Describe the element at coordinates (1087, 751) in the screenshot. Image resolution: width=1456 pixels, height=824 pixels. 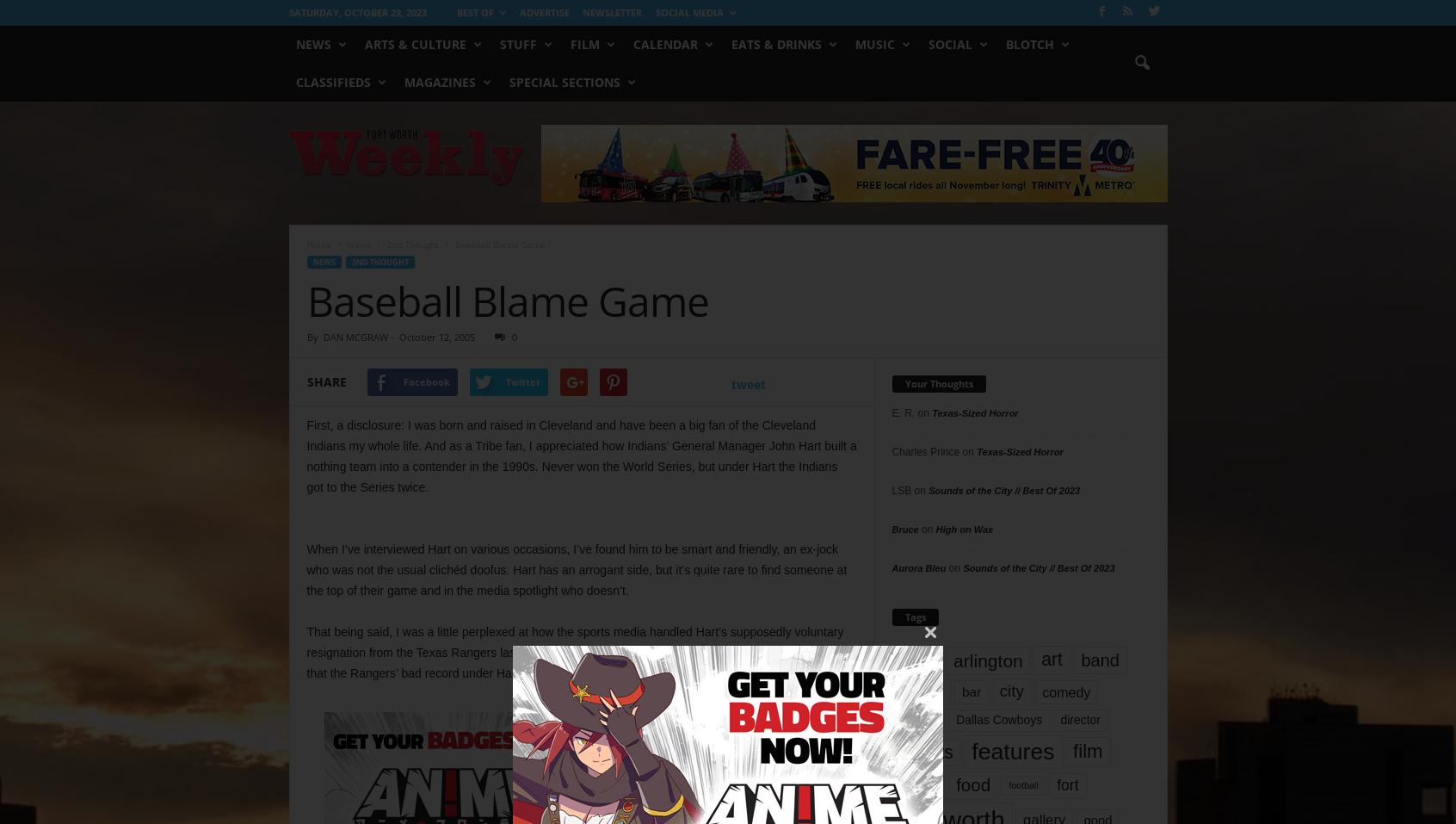
I see `'film'` at that location.